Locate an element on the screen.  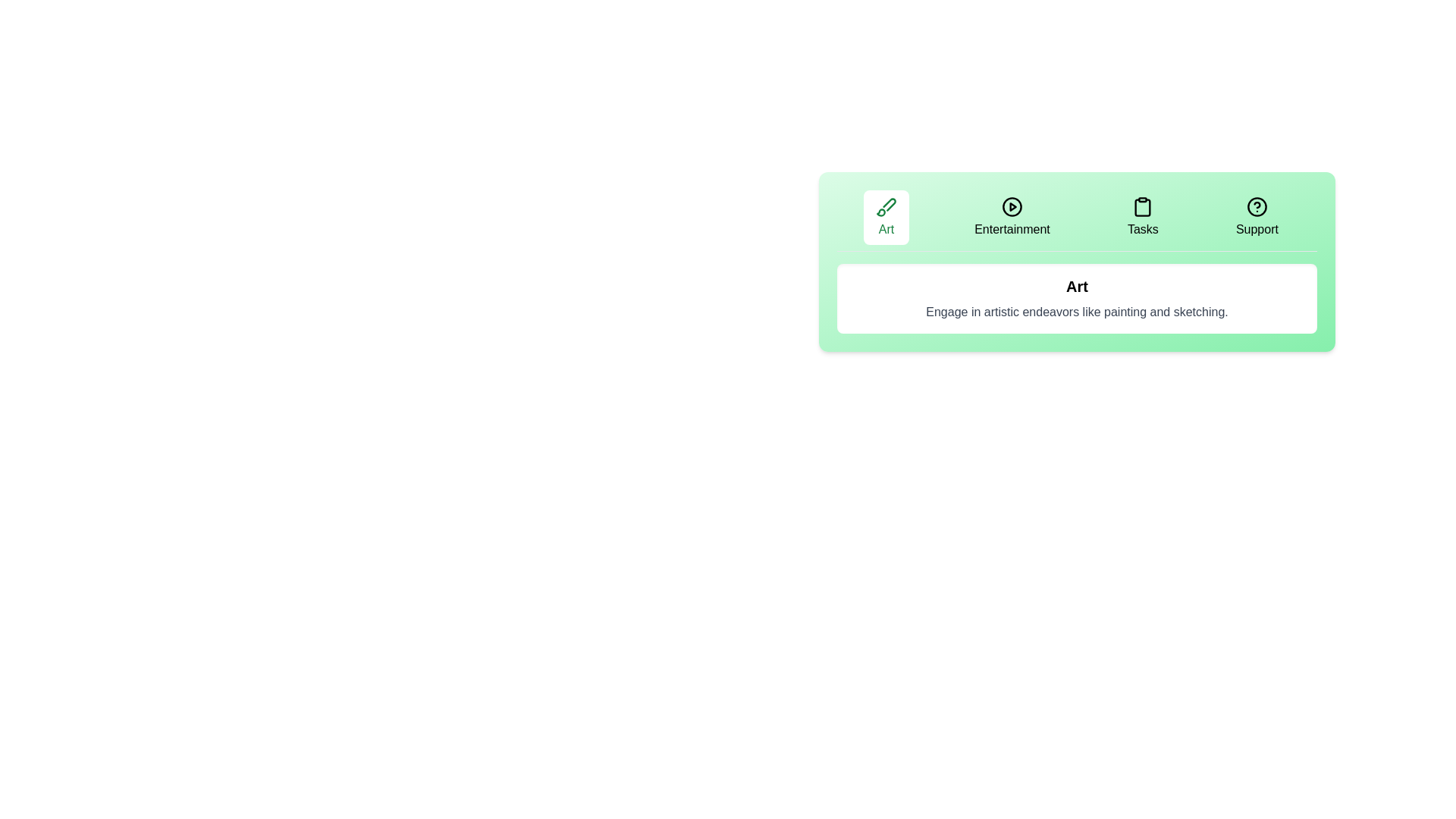
the 'Support' icon located centrally in the 'Support' section of the navigation bar, which visually represents the assistance functionality is located at coordinates (1257, 207).